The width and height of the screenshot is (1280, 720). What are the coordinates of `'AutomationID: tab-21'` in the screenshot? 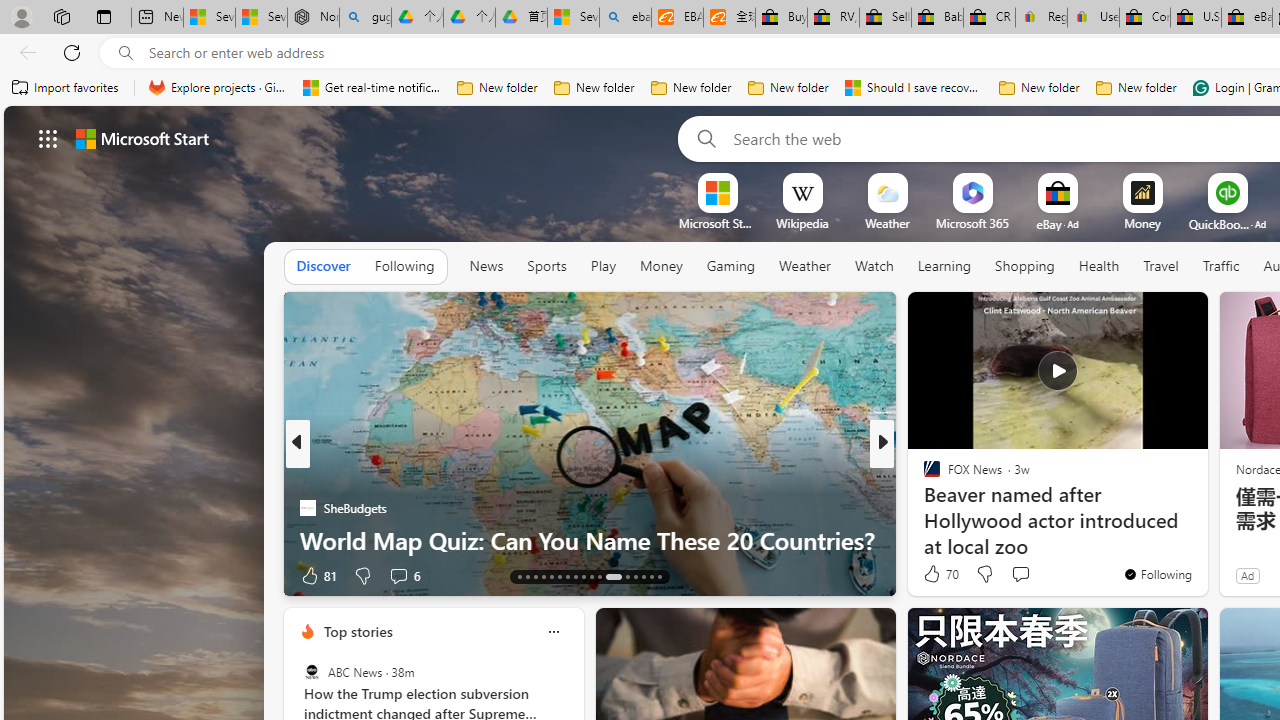 It's located at (582, 577).